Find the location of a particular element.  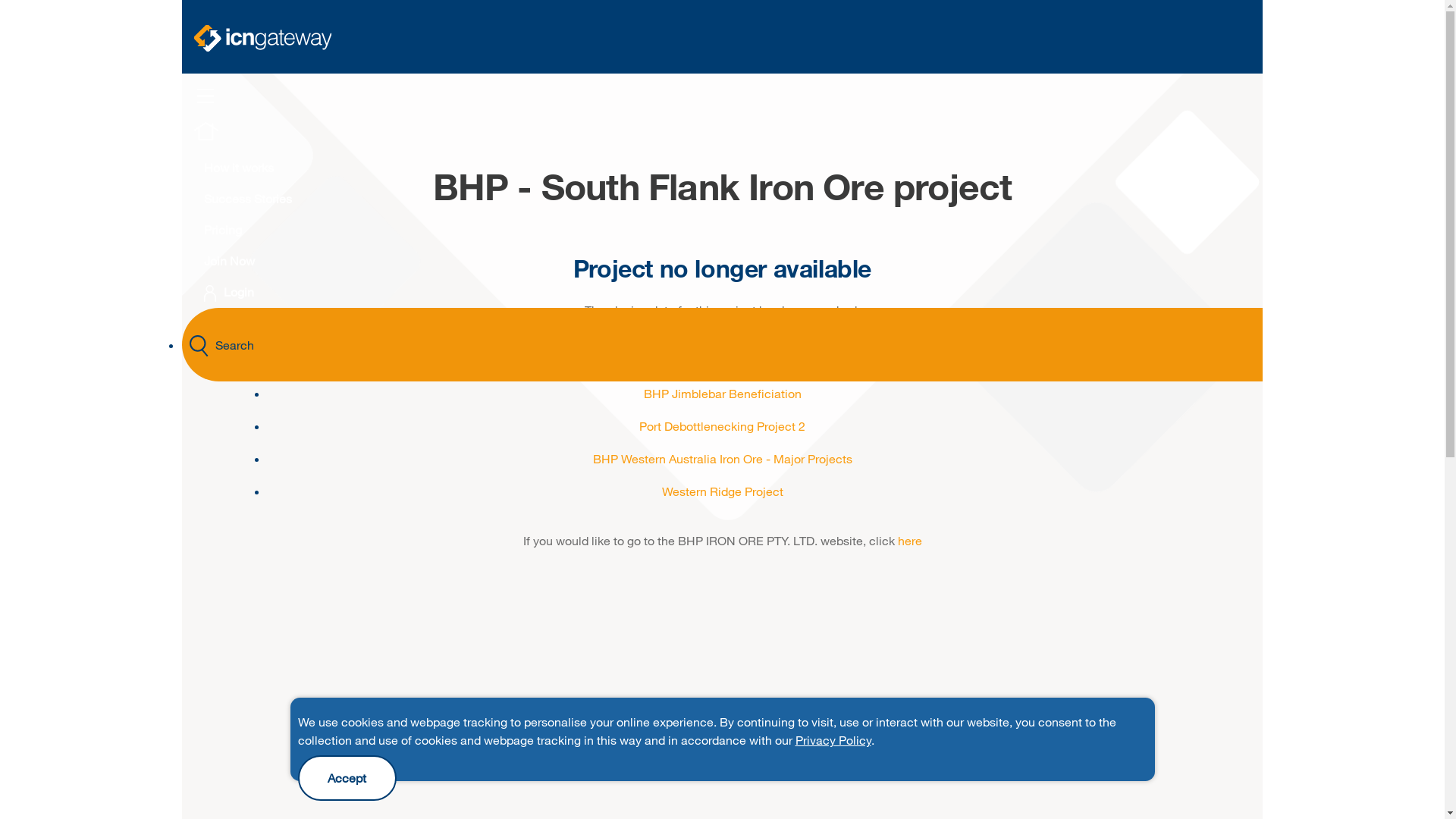

'Login menu' is located at coordinates (209, 293).